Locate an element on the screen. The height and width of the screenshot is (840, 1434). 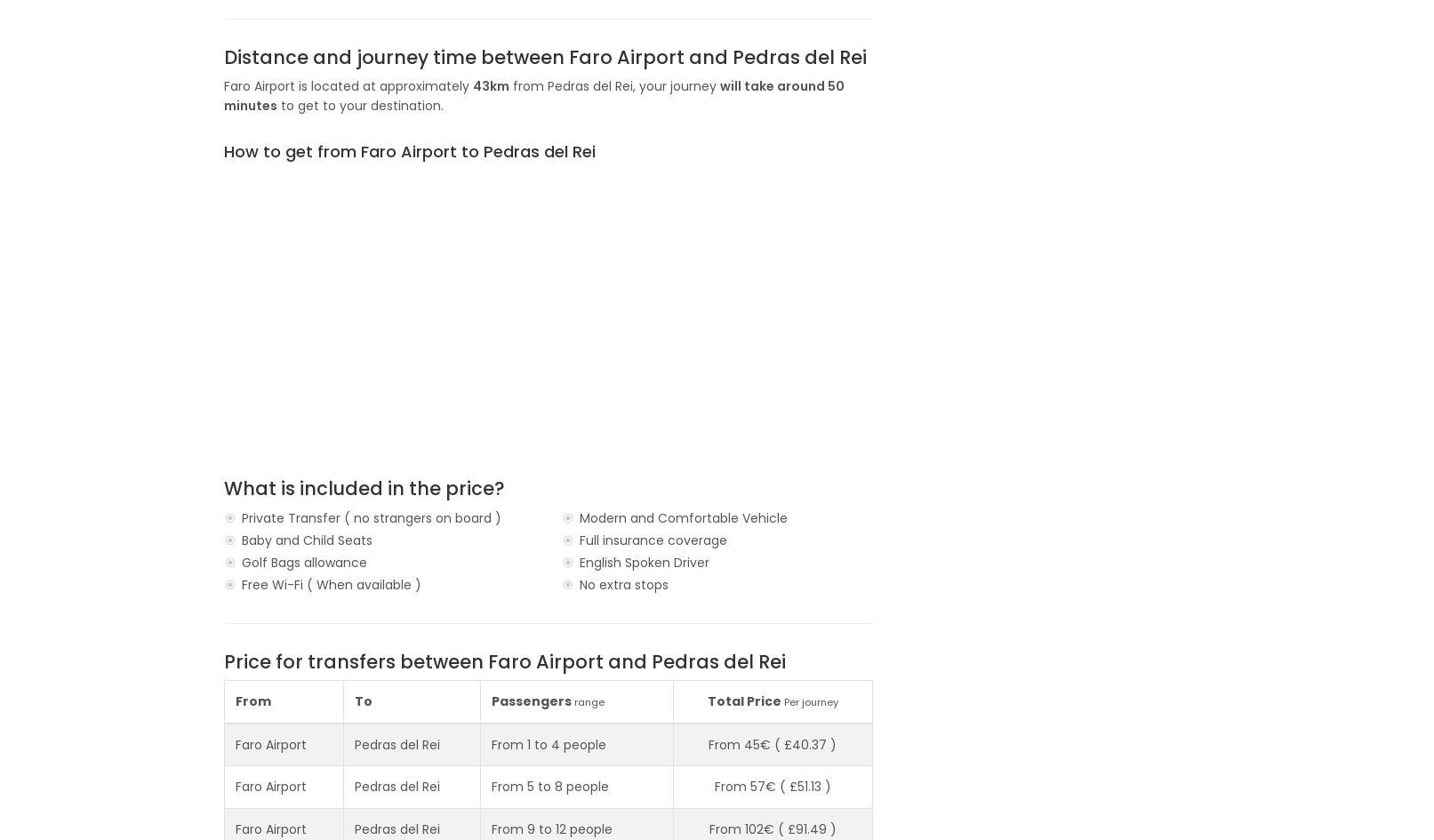
'to get to your destination.' is located at coordinates (358, 104).